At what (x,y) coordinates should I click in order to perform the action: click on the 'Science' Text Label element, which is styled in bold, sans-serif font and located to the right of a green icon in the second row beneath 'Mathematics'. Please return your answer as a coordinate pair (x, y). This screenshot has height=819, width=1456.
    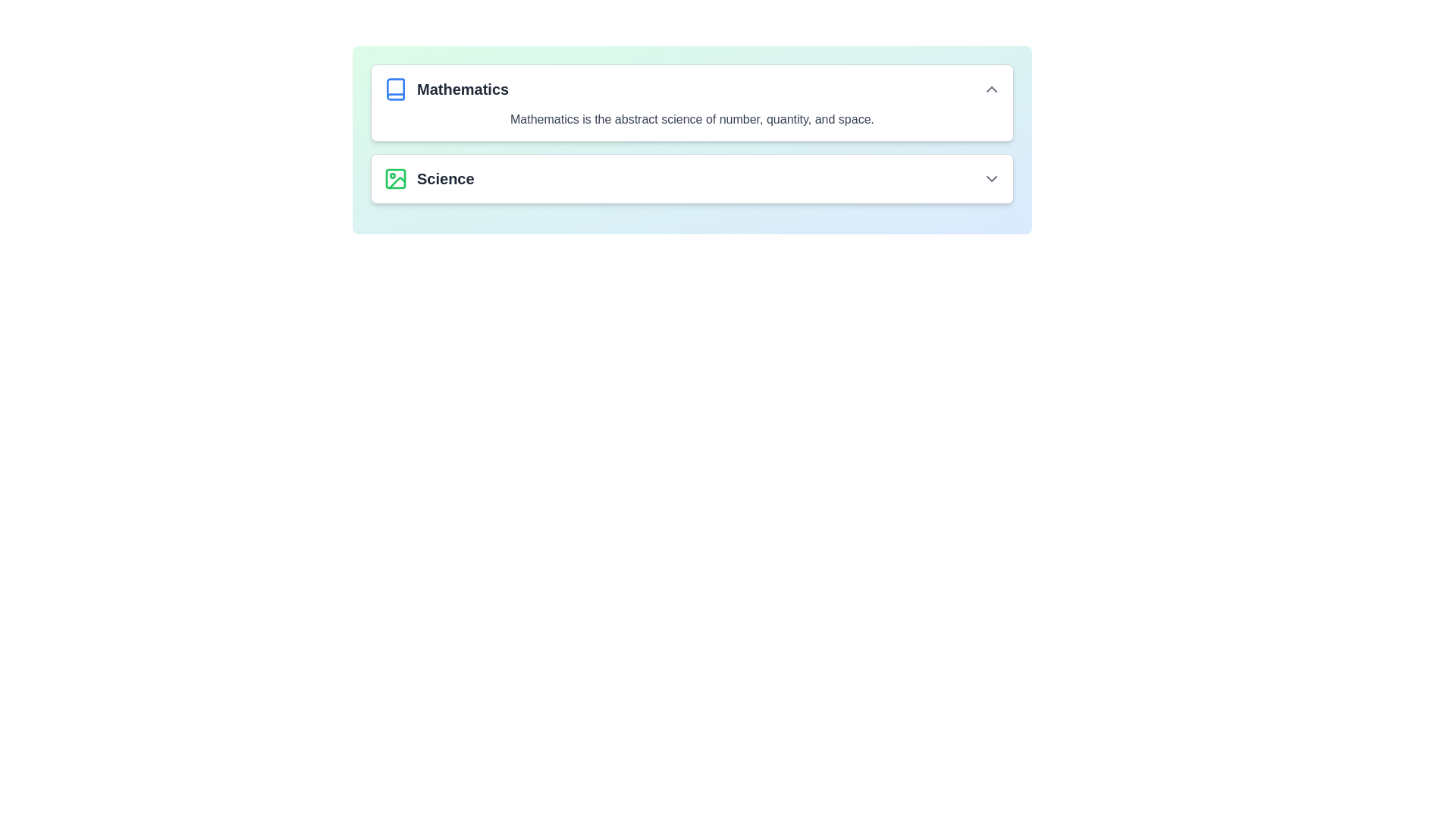
    Looking at the image, I should click on (444, 177).